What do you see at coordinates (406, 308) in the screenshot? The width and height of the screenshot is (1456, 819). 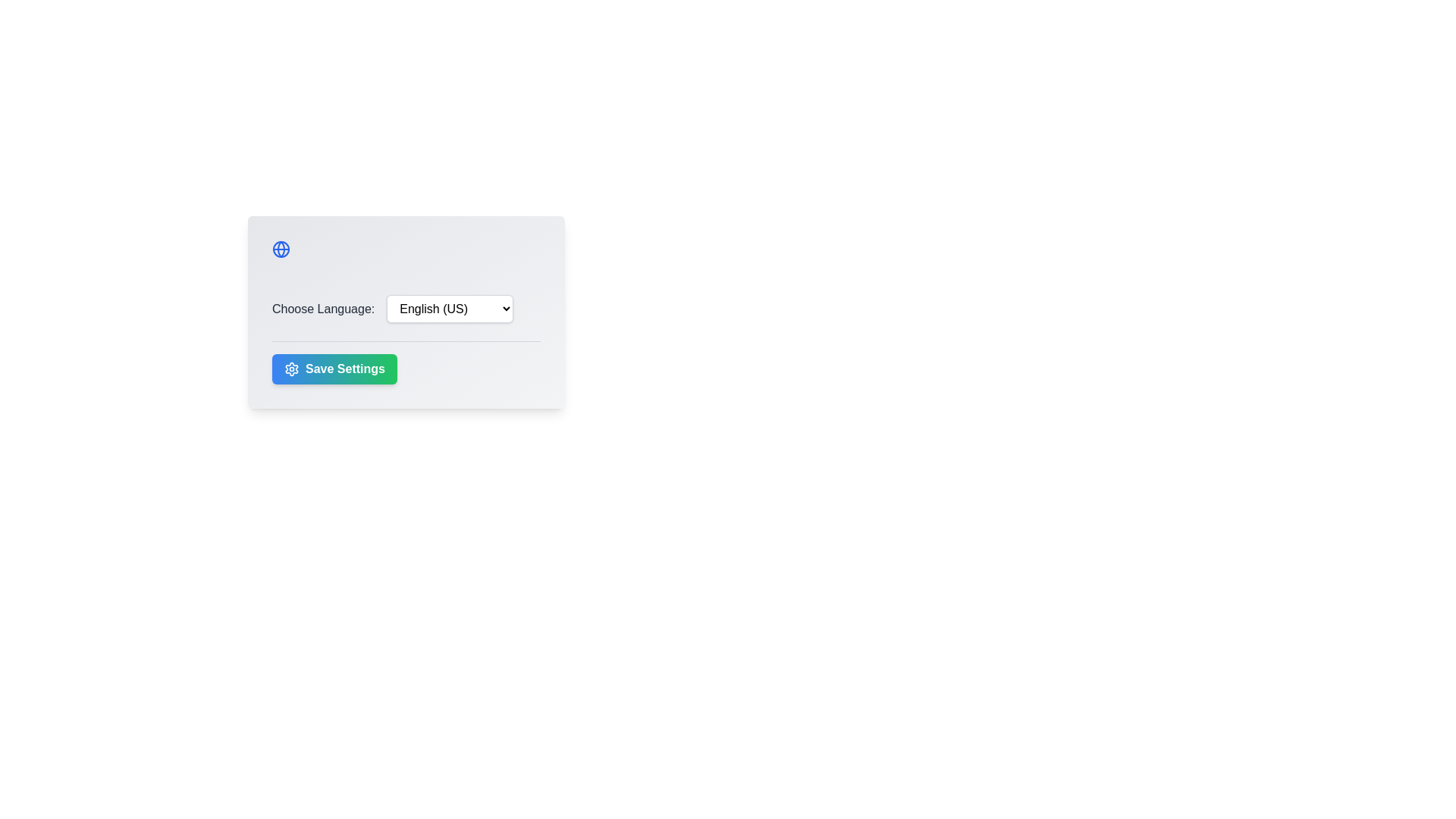 I see `the 'Choose Language:' dropdown menu to emphasize it` at bounding box center [406, 308].